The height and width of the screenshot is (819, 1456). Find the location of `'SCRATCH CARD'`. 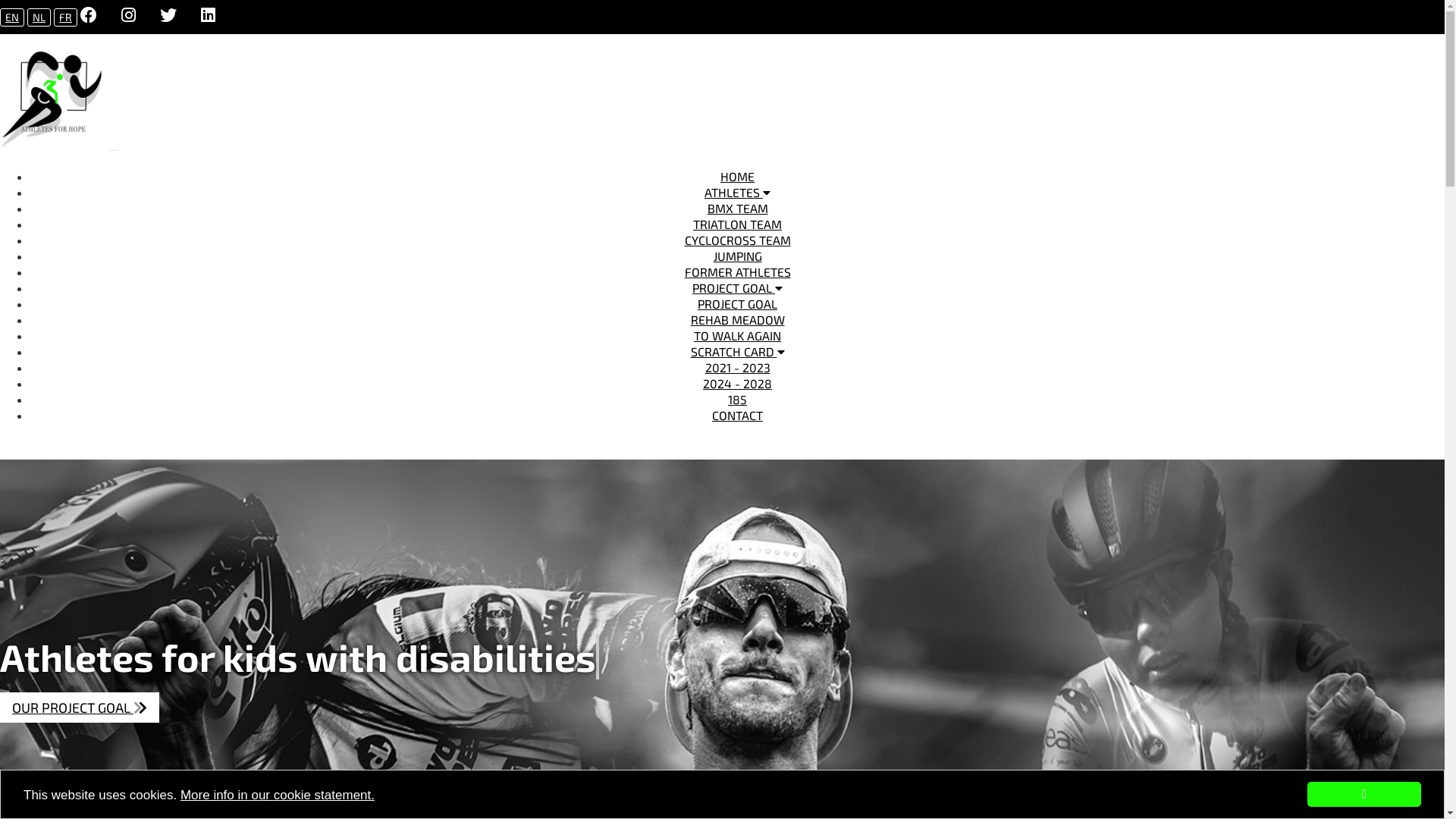

'SCRATCH CARD' is located at coordinates (736, 351).